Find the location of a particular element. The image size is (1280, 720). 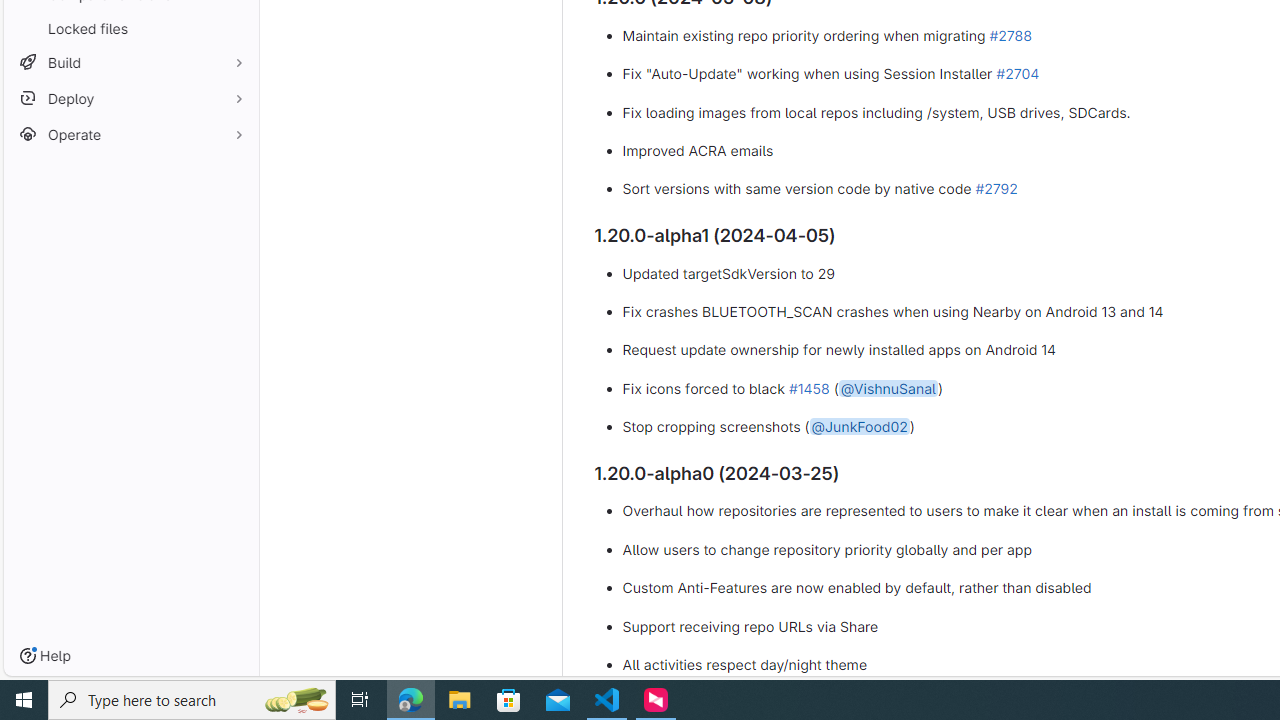

'#2704' is located at coordinates (1017, 72).